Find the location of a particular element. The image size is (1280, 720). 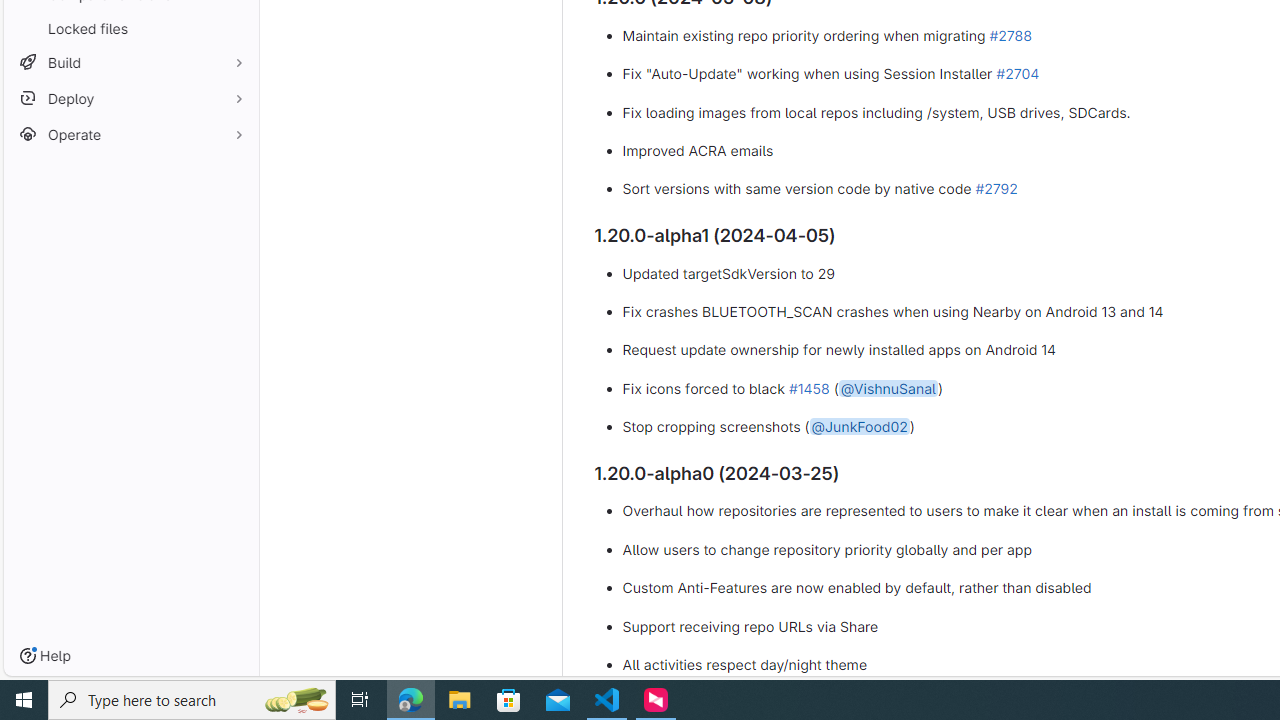

'#2704' is located at coordinates (1017, 72).